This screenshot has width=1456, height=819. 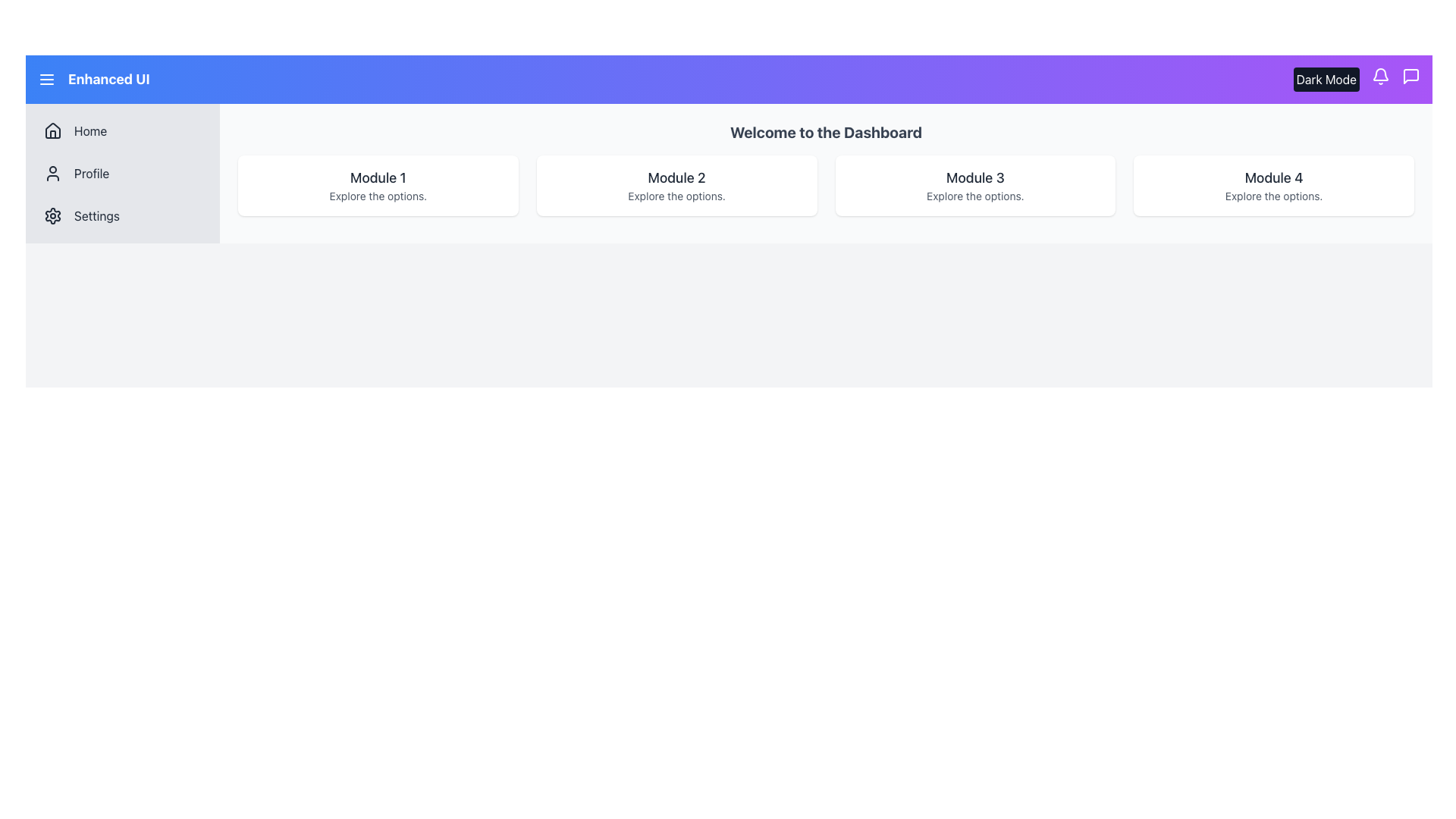 What do you see at coordinates (123, 130) in the screenshot?
I see `the 'Home' navigation item located in the sidebar on the left, above the 'Profile' and 'Settings' items` at bounding box center [123, 130].